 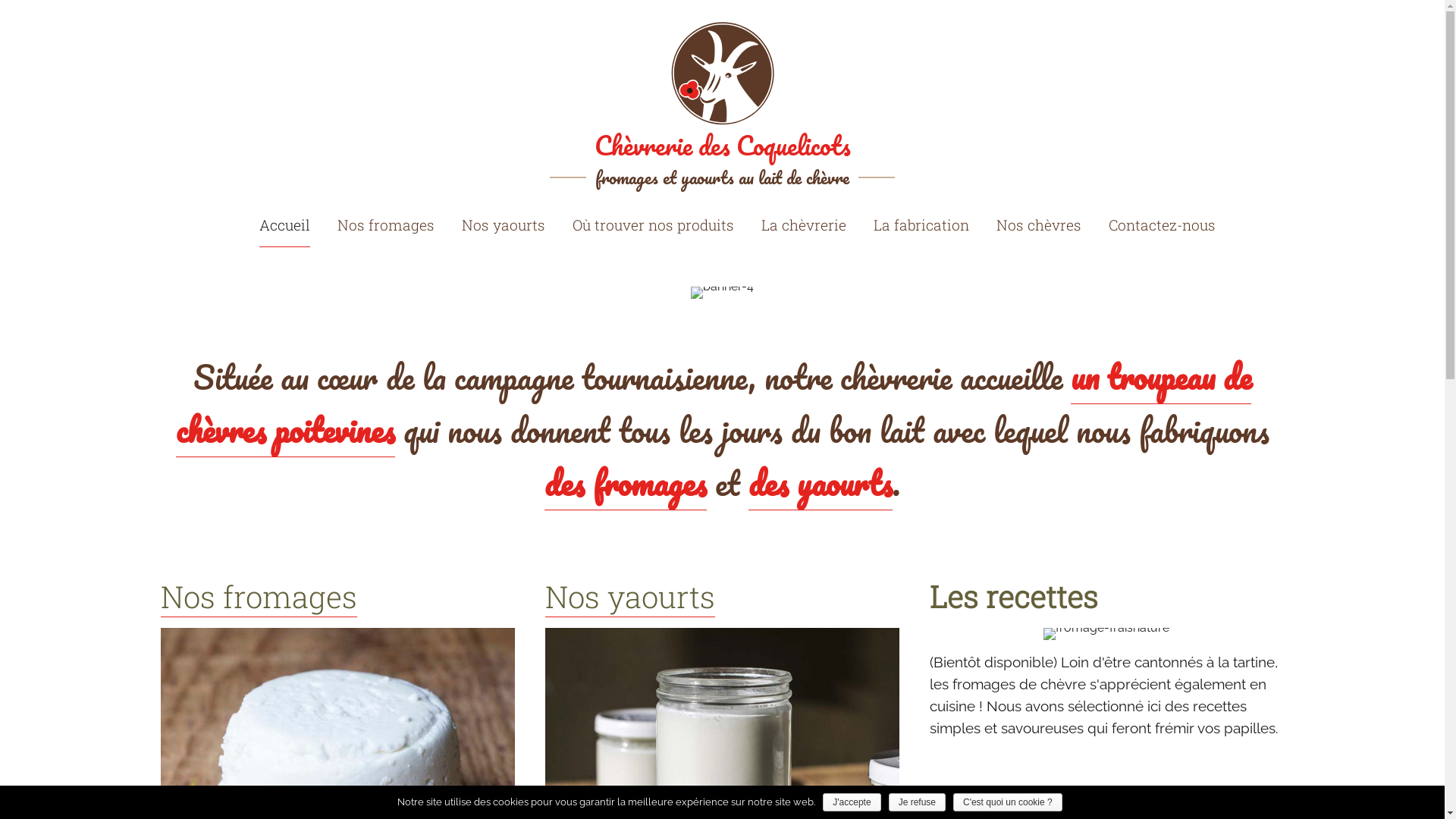 I want to click on 'fromage-fraisnature', so click(x=1106, y=634).